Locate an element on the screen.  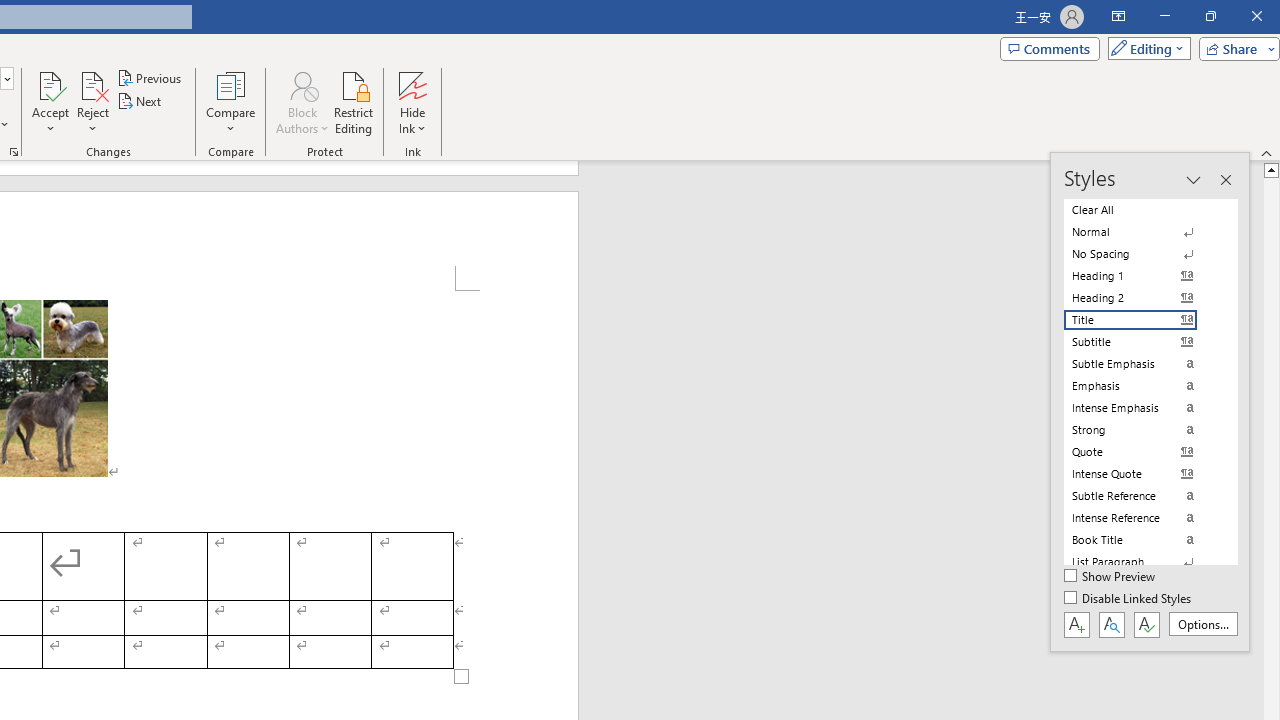
'Line up' is located at coordinates (1270, 168).